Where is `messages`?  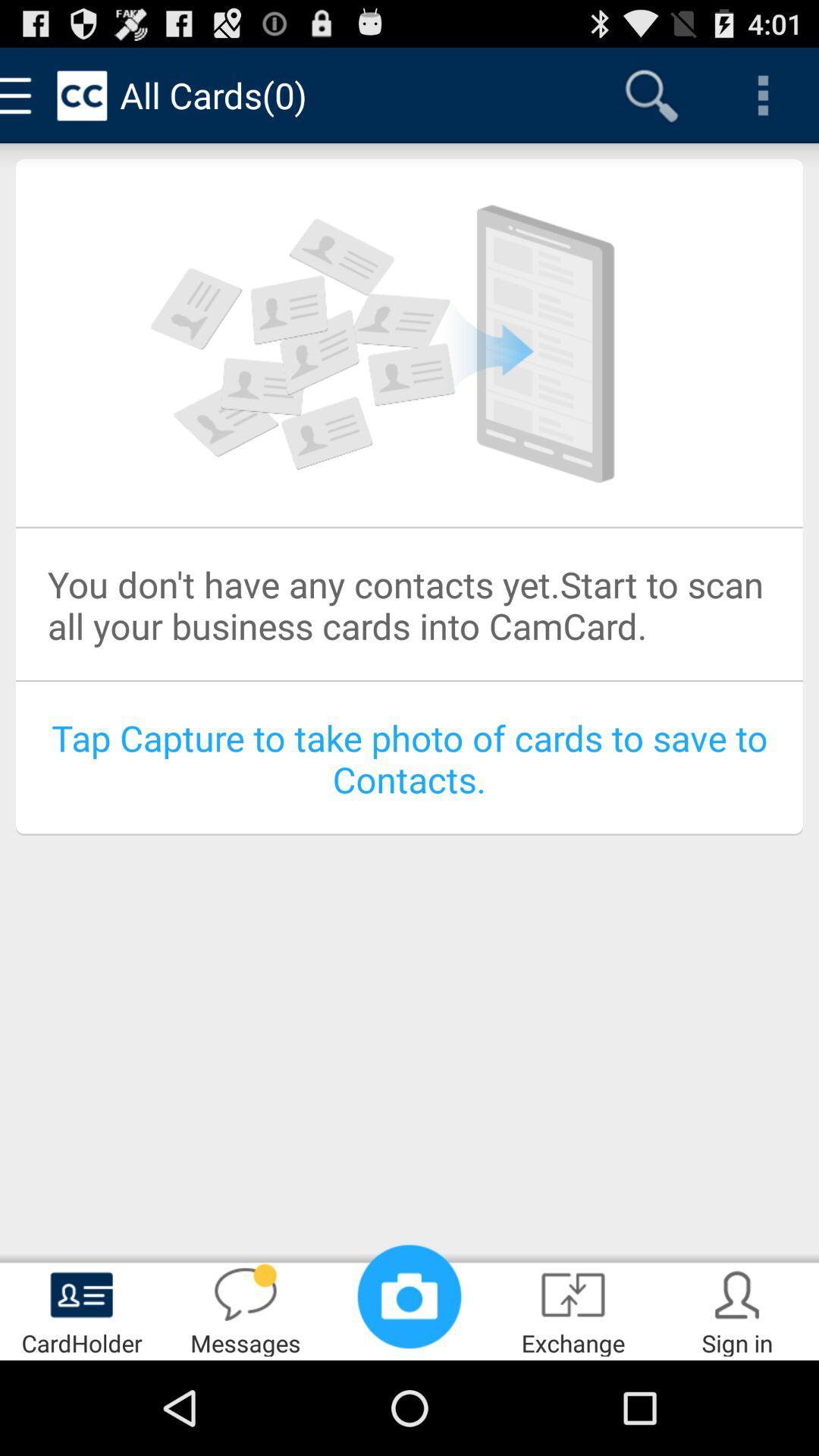
messages is located at coordinates (245, 1309).